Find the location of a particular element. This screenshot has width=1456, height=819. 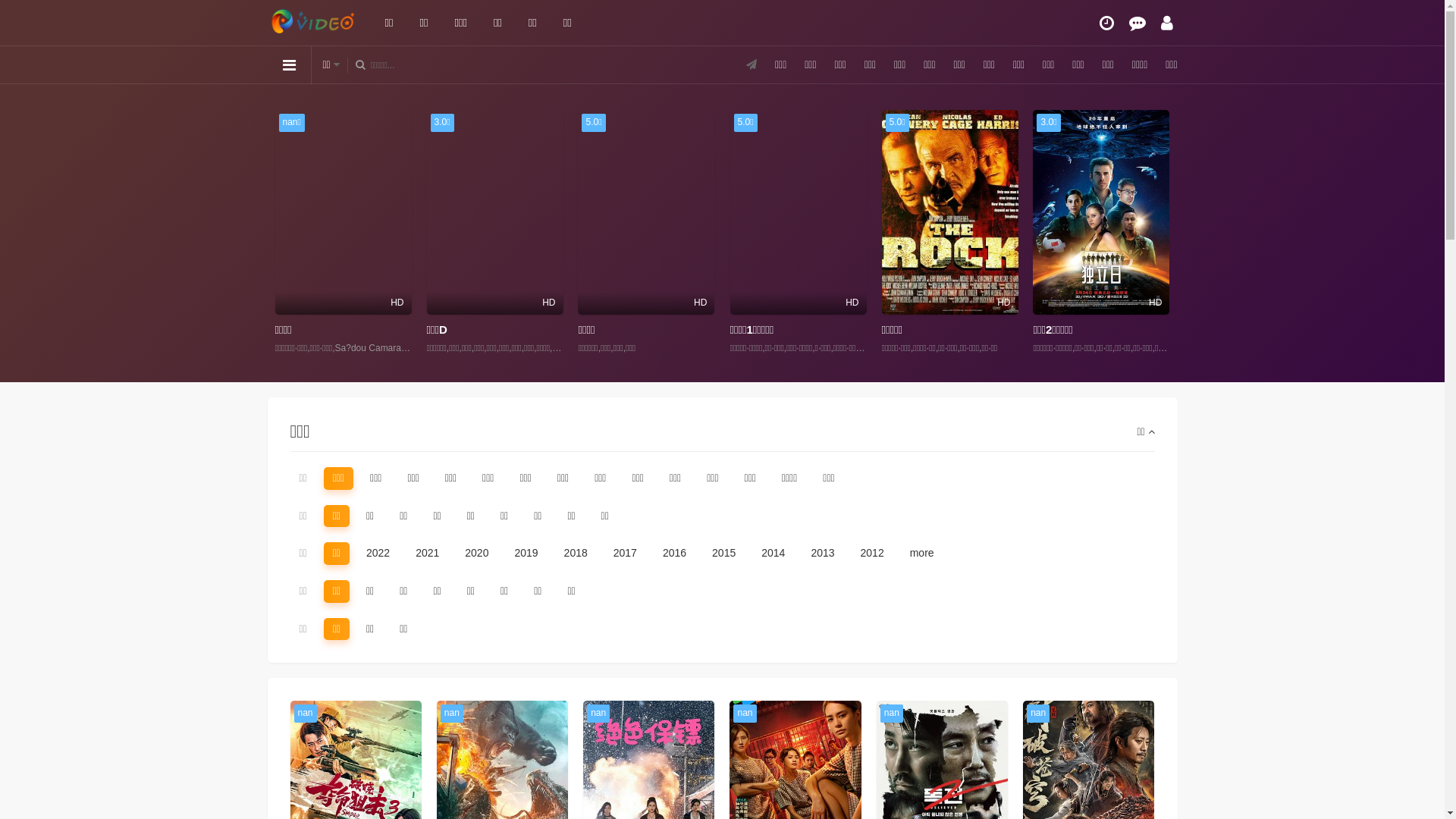

'2020' is located at coordinates (454, 553).